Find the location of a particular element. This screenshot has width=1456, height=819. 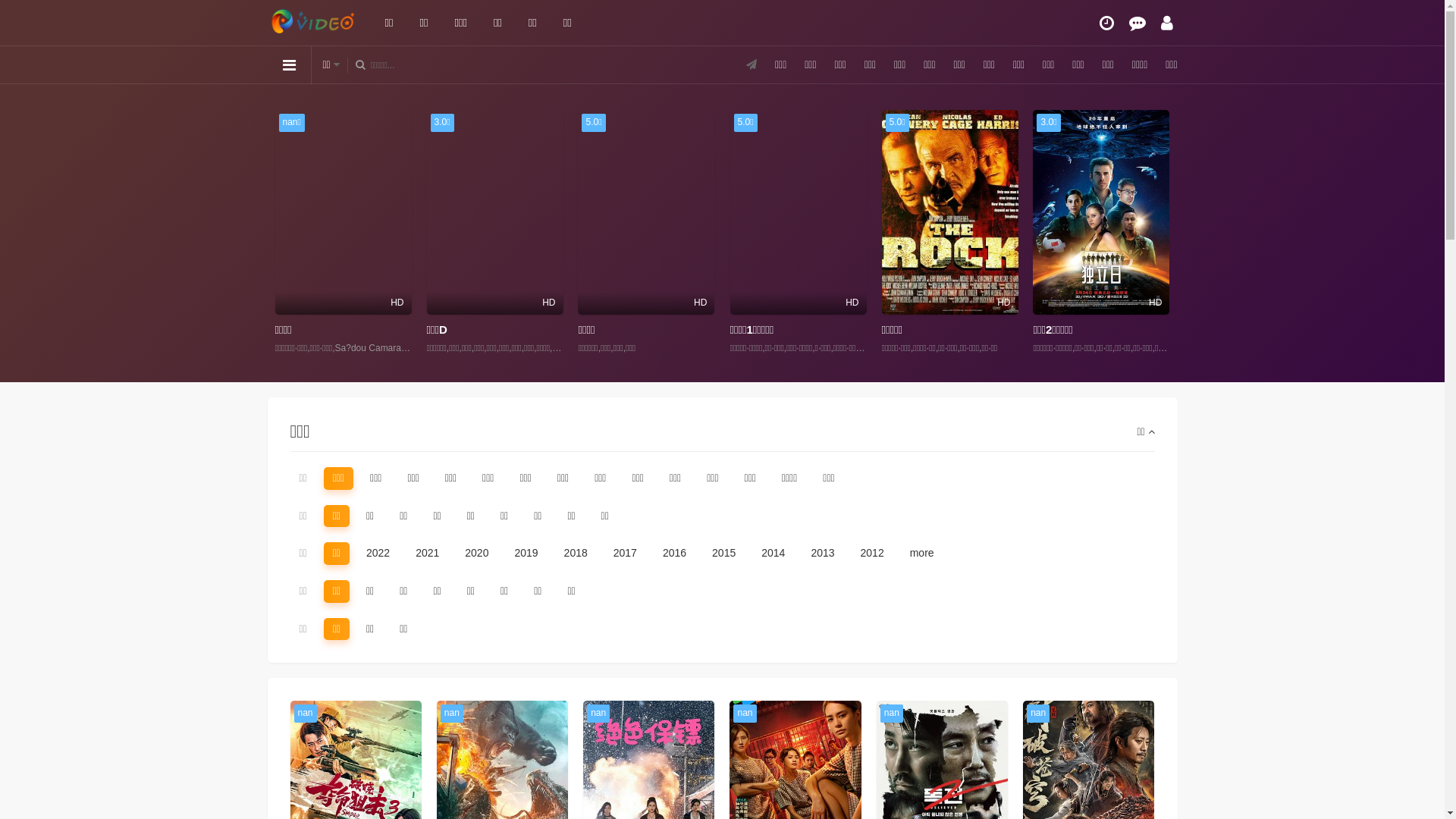

'2020' is located at coordinates (454, 553).